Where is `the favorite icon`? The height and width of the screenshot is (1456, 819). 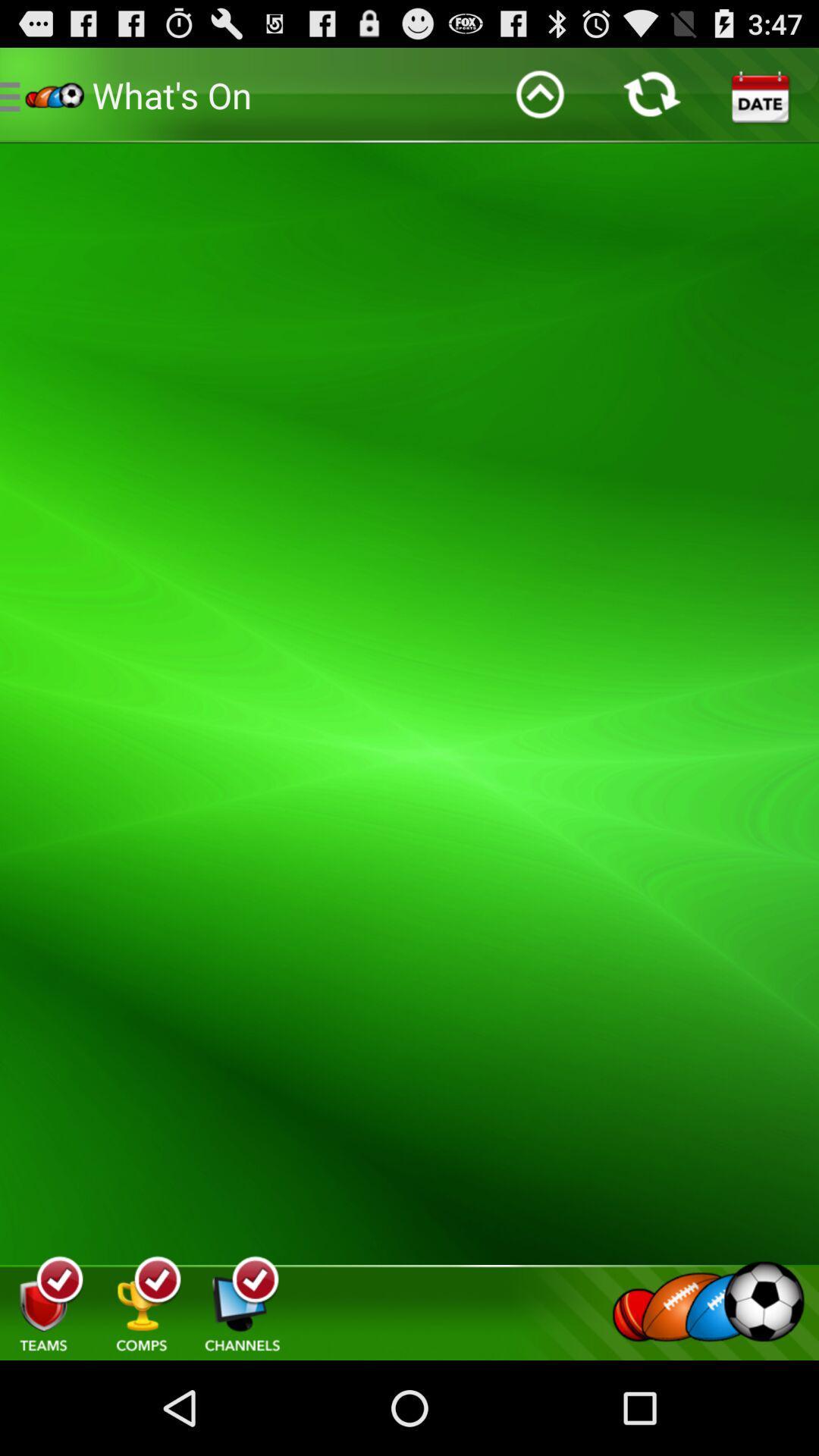
the favorite icon is located at coordinates (717, 979).